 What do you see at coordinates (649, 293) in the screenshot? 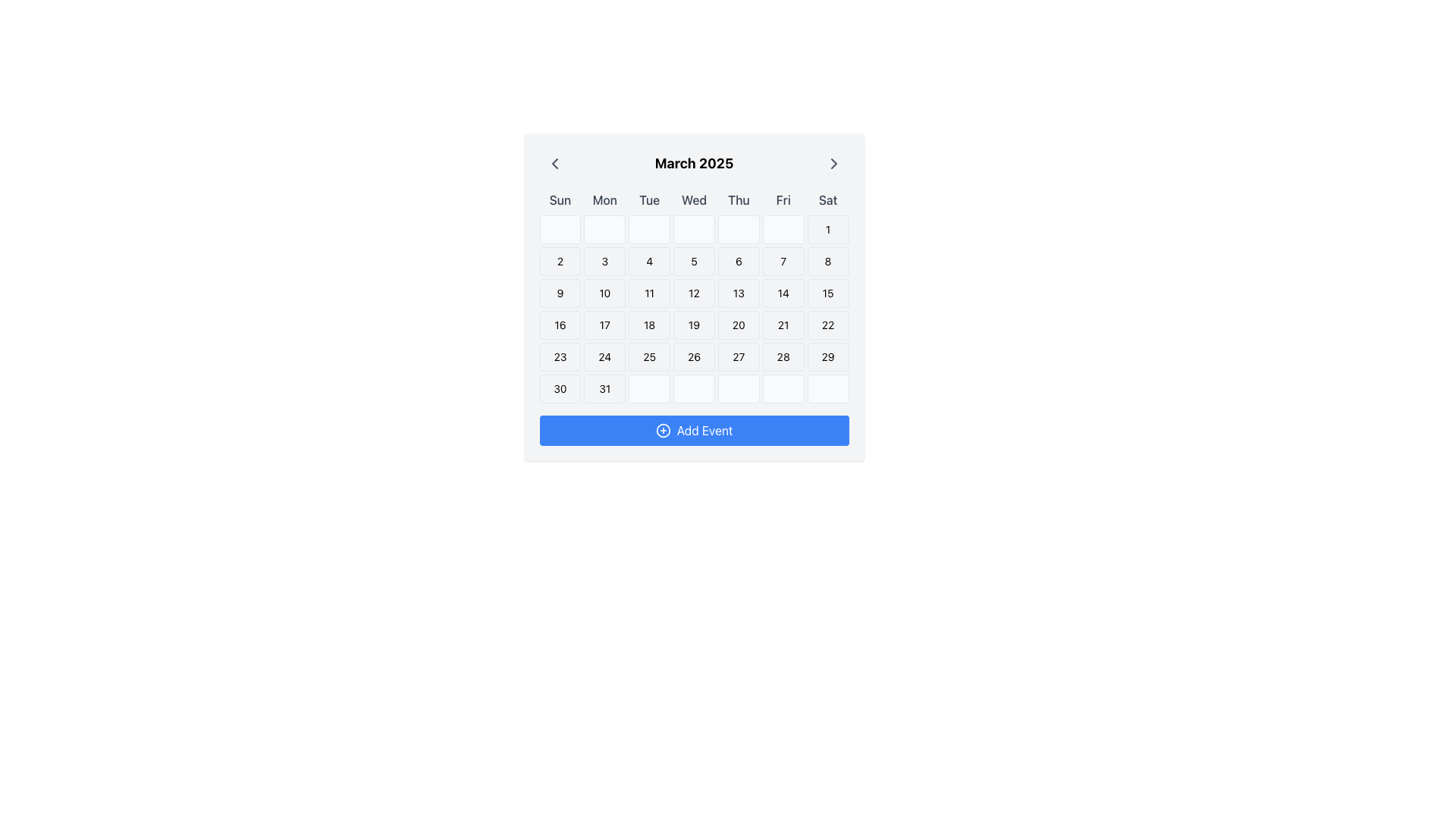
I see `the grid cell button displaying '11'` at bounding box center [649, 293].